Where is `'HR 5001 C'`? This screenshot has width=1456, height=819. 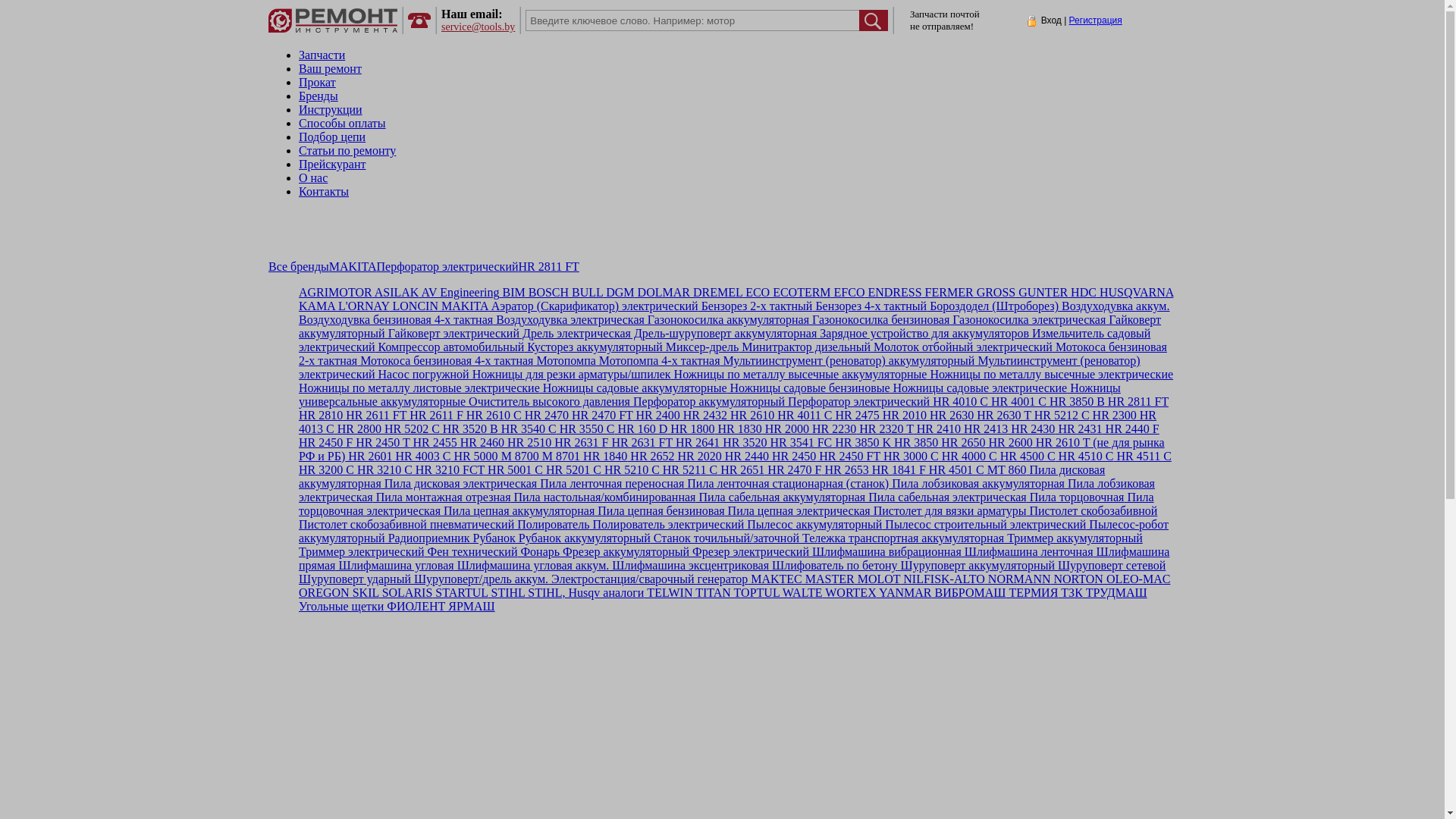
'HR 5001 C' is located at coordinates (513, 469).